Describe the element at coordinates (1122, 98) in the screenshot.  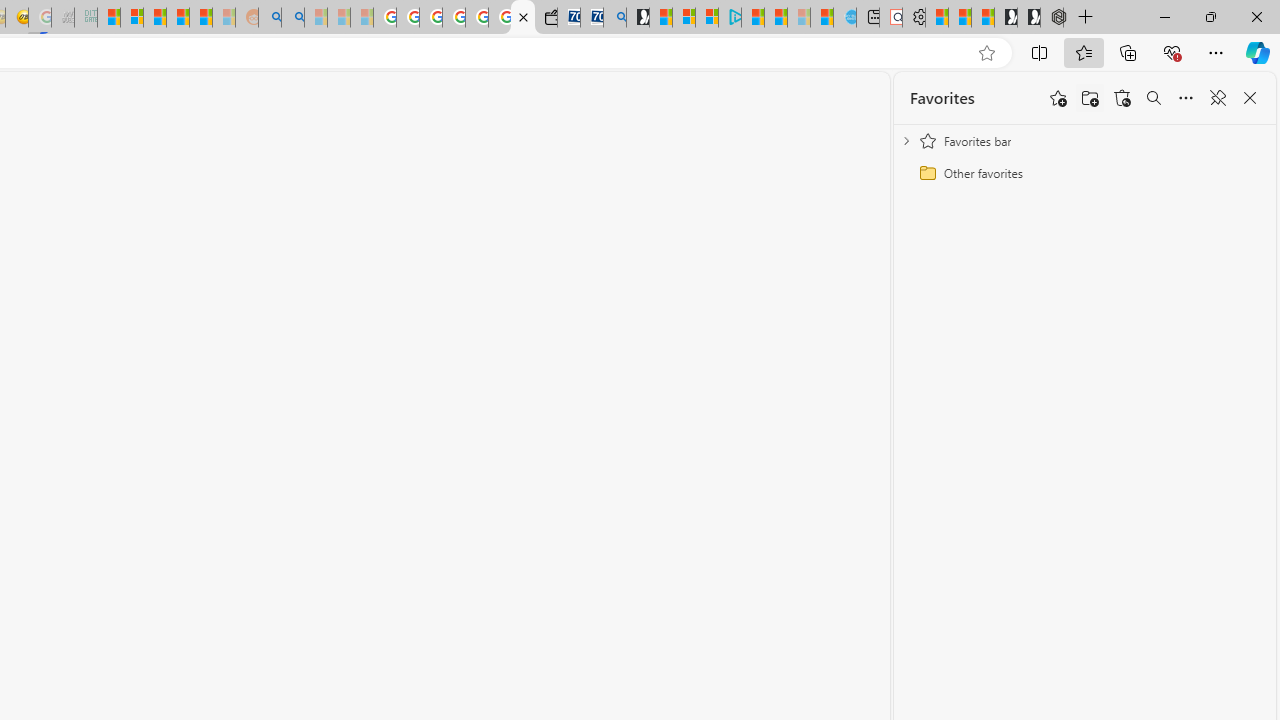
I see `'Restore deleted favorites'` at that location.